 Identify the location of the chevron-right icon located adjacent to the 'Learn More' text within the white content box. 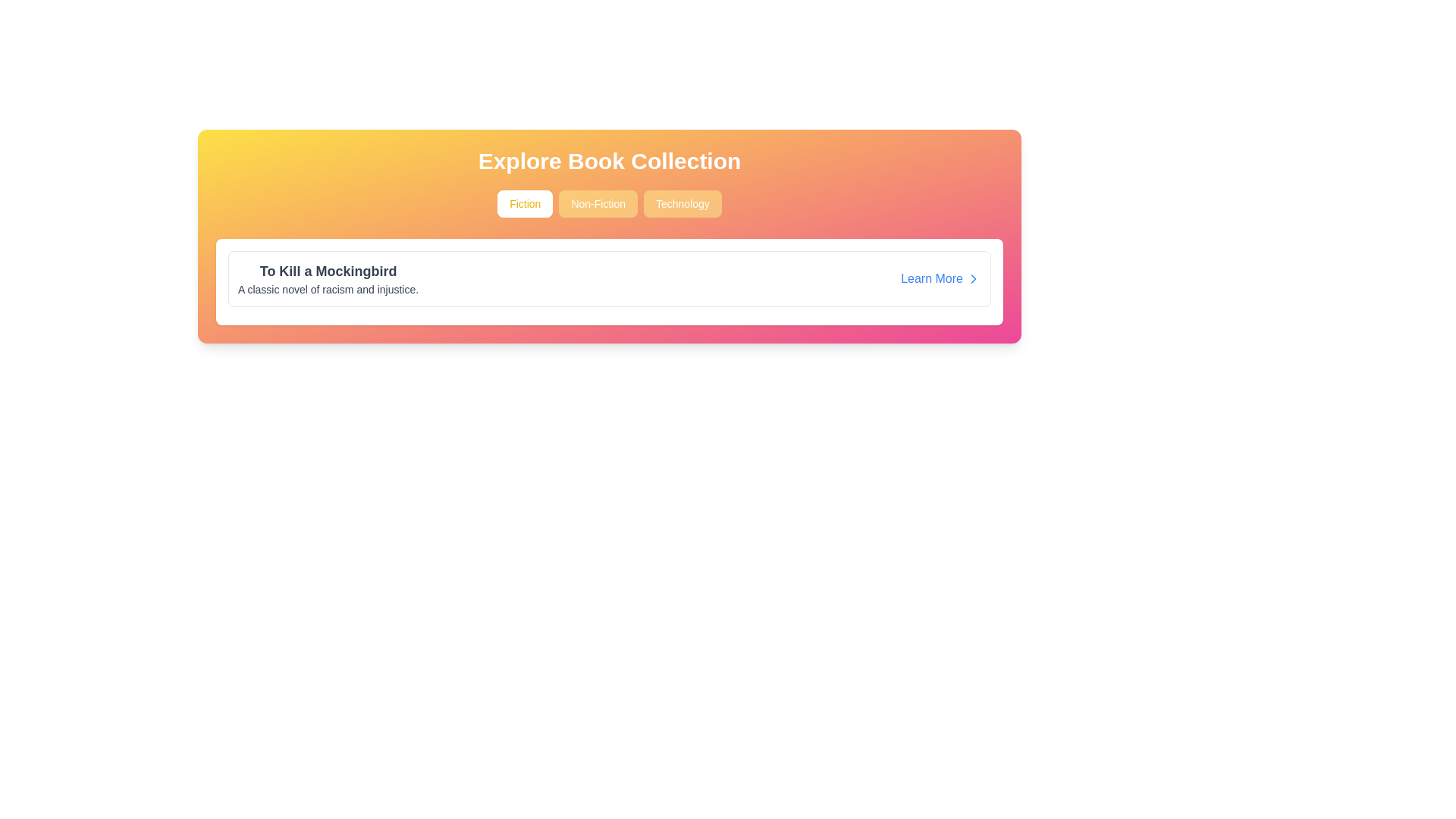
(973, 278).